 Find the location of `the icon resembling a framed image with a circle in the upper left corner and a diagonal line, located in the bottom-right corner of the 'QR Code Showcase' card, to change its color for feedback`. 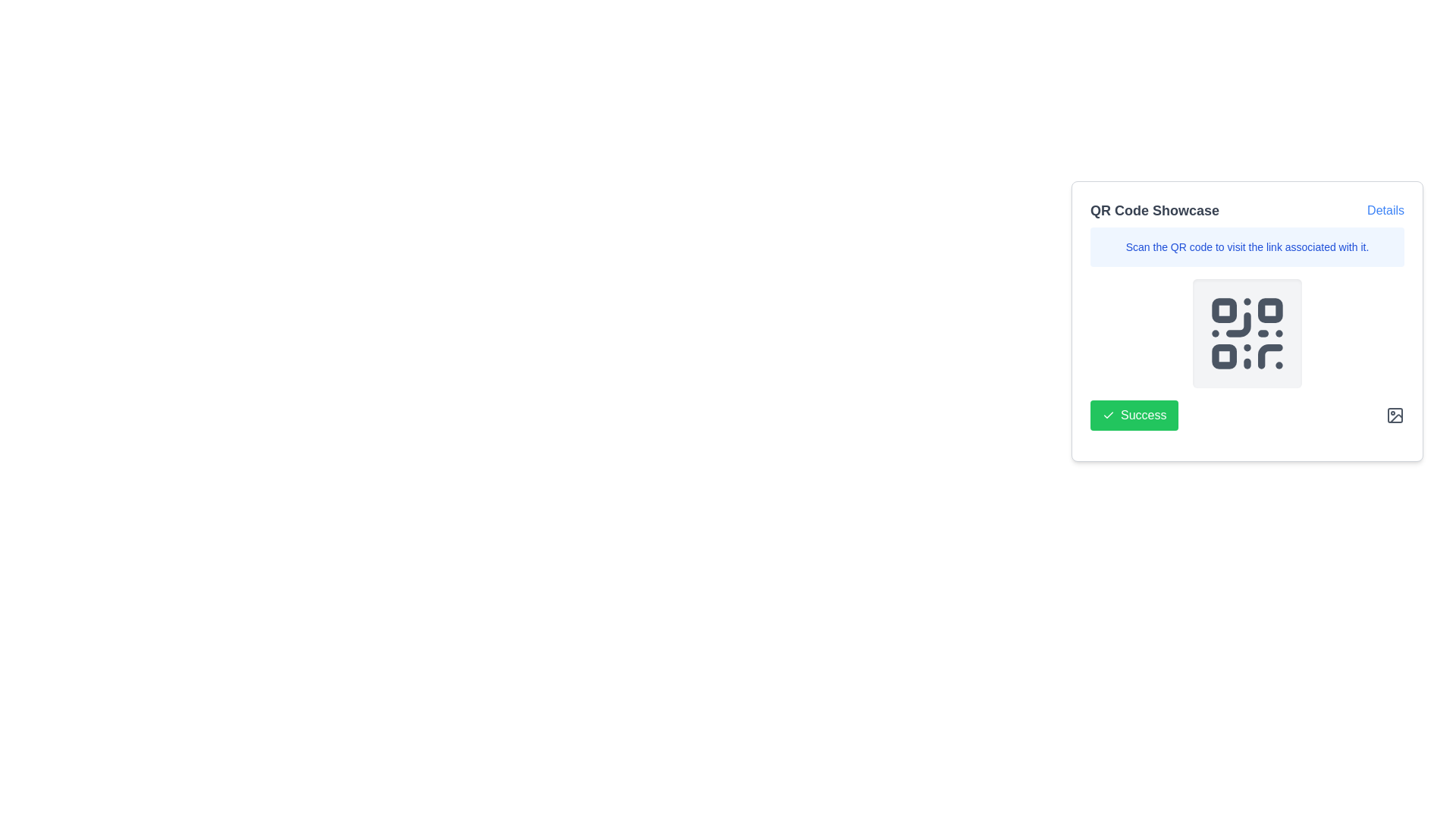

the icon resembling a framed image with a circle in the upper left corner and a diagonal line, located in the bottom-right corner of the 'QR Code Showcase' card, to change its color for feedback is located at coordinates (1395, 415).